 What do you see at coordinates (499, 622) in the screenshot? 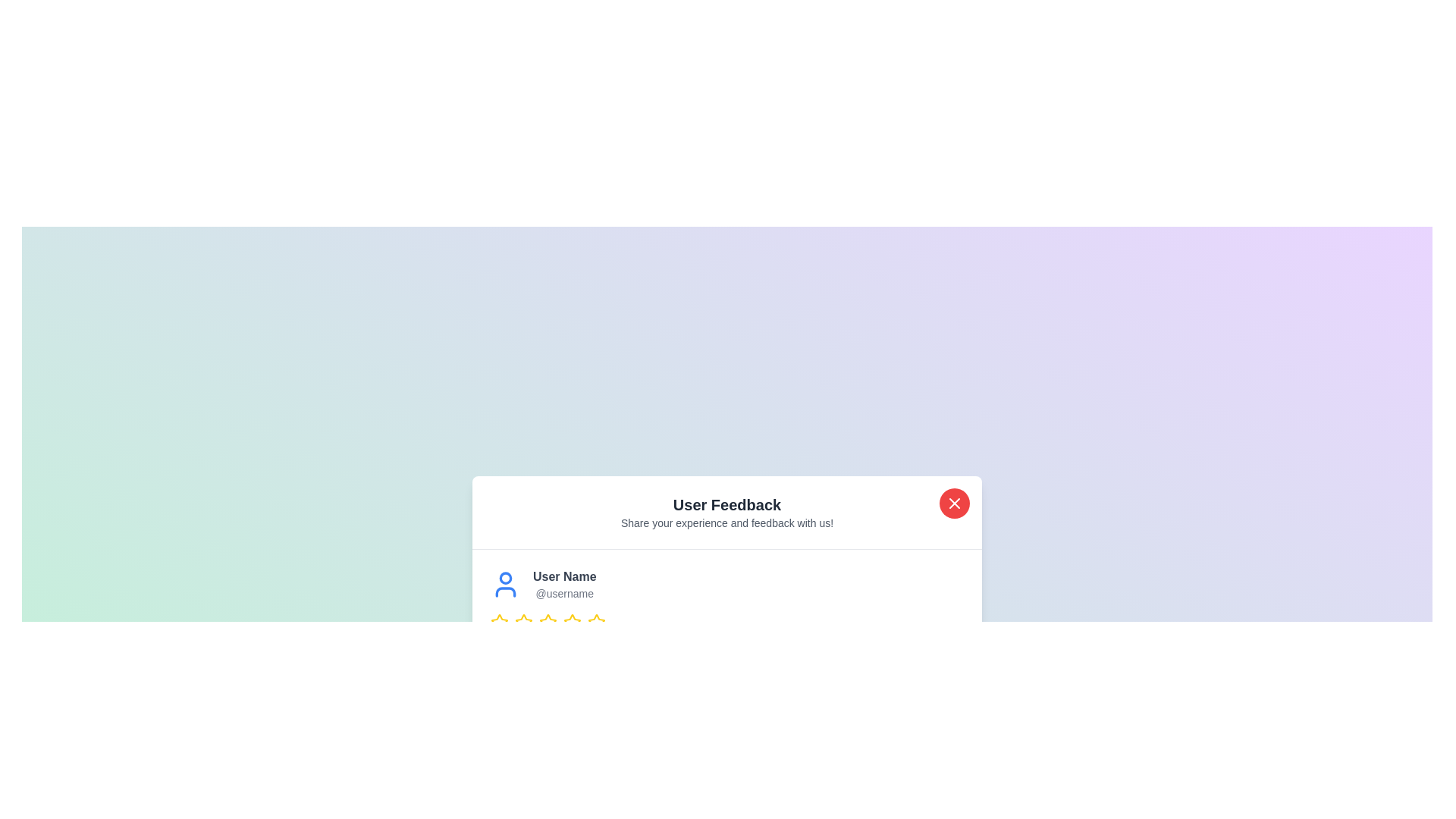
I see `the first star icon in the feedback block` at bounding box center [499, 622].